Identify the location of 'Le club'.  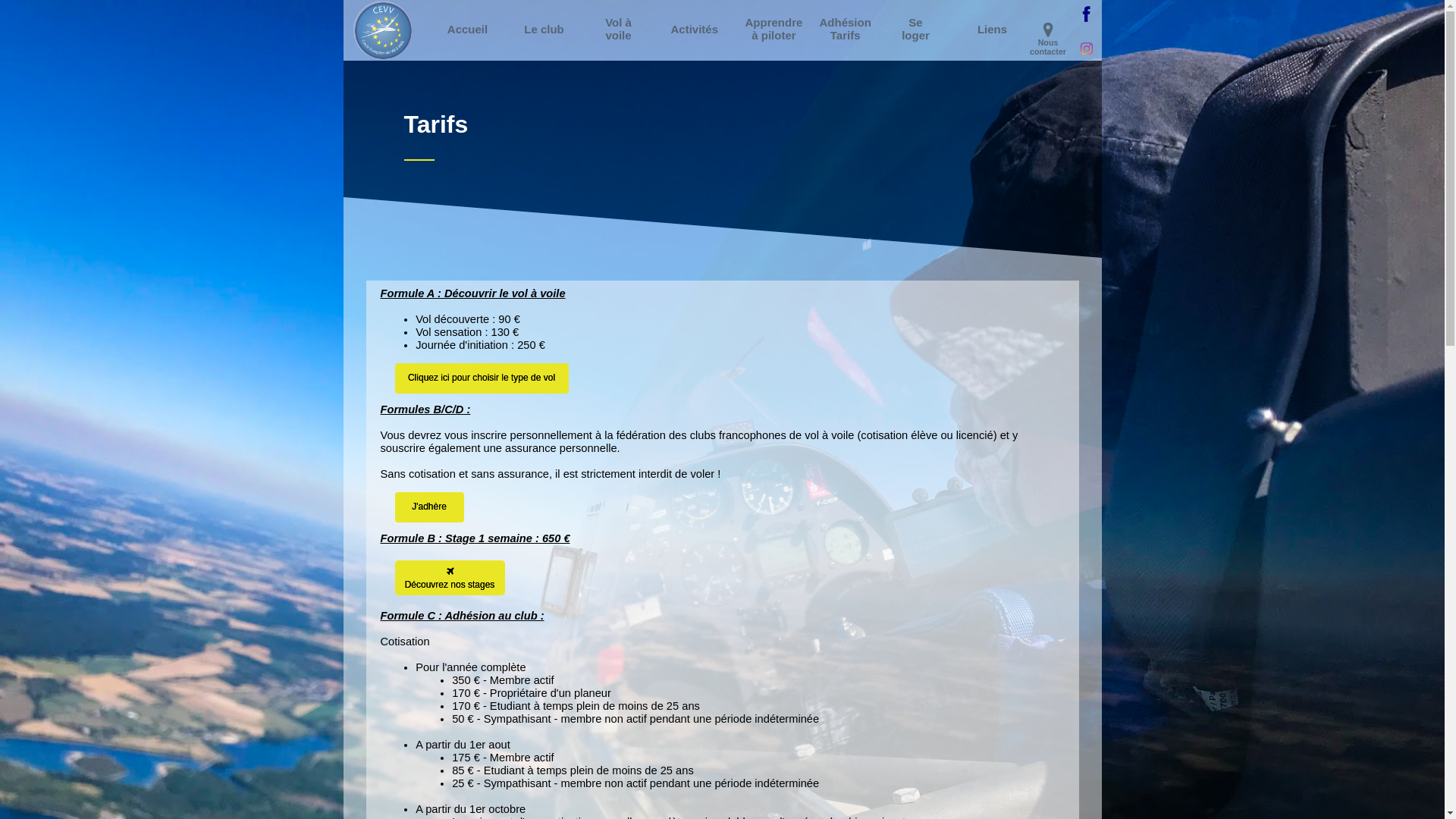
(544, 29).